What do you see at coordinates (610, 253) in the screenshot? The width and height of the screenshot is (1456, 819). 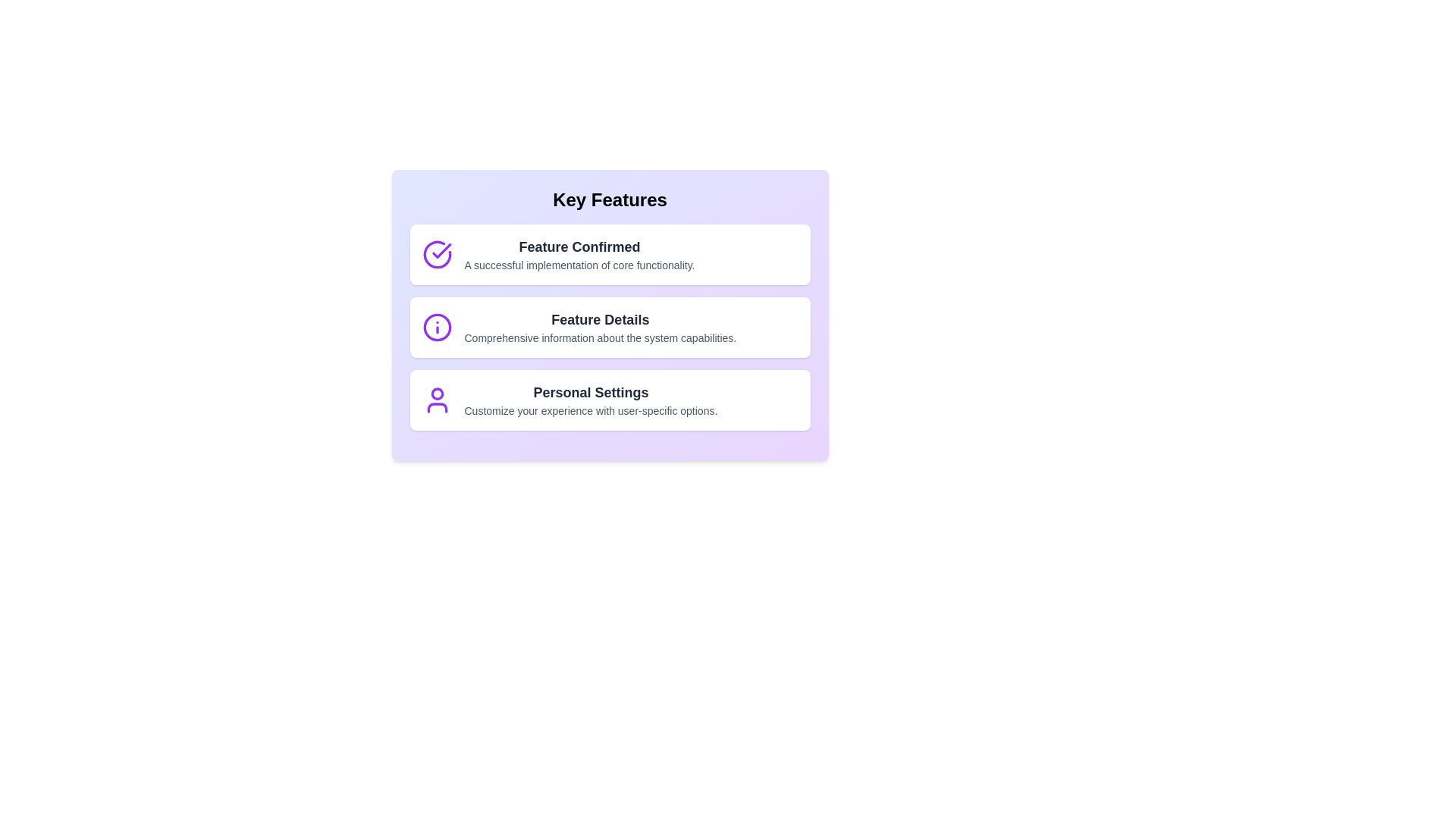 I see `the text content of Feature Confirmed feature` at bounding box center [610, 253].